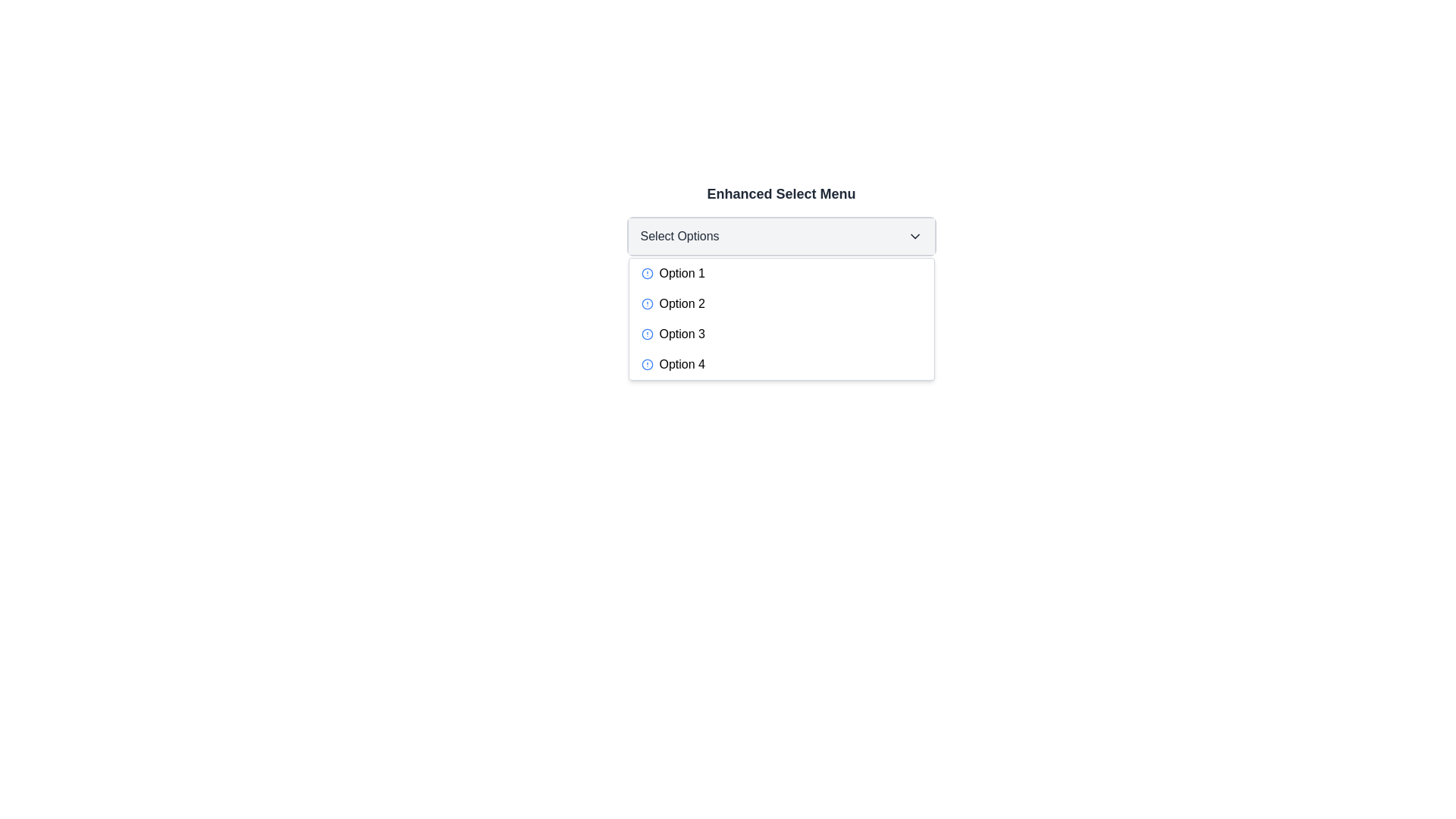  What do you see at coordinates (647, 333) in the screenshot?
I see `the circular information icon with a blue border and blue dot located in the dropdown menu under 'Option 3'` at bounding box center [647, 333].